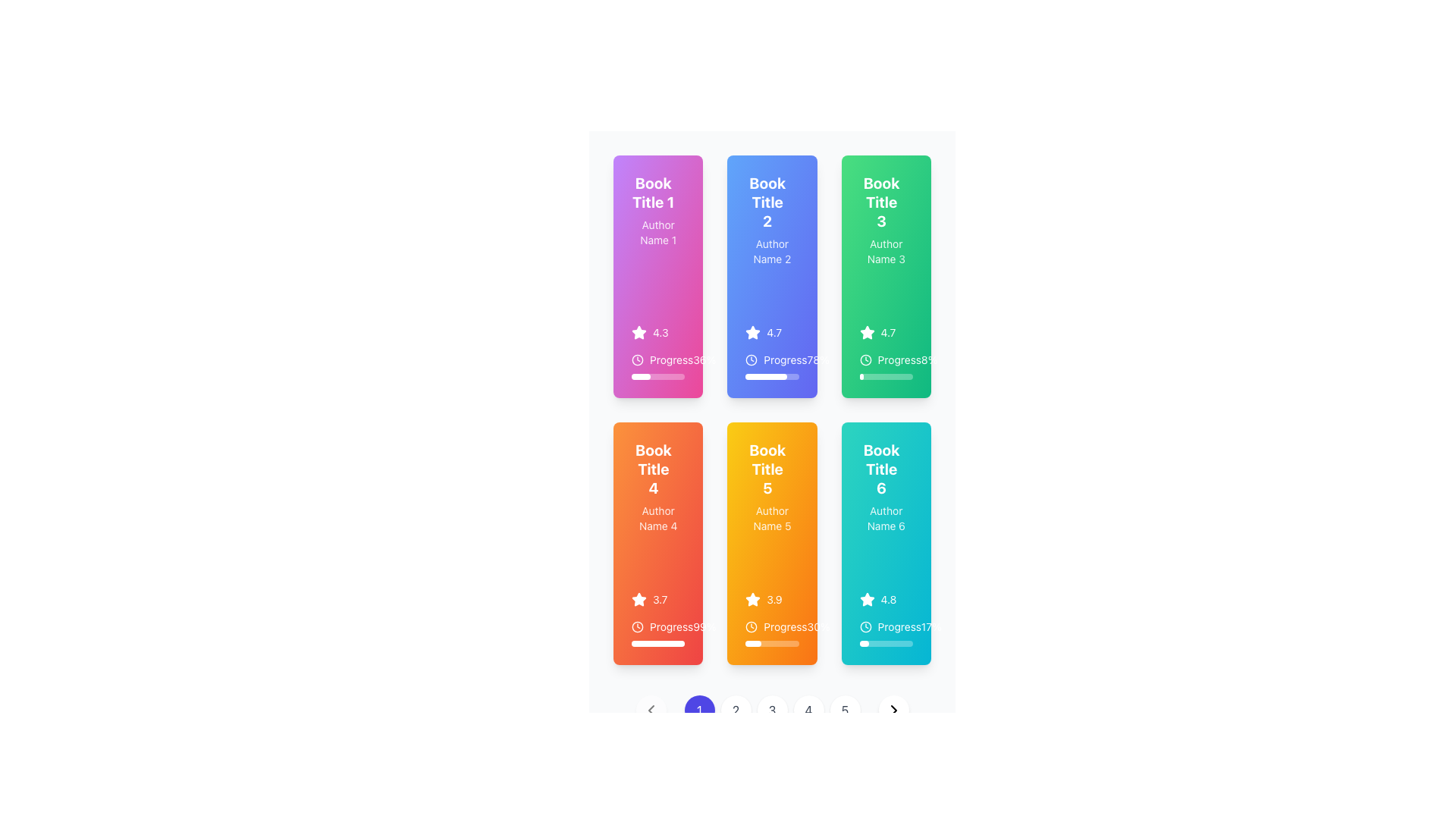  What do you see at coordinates (658, 632) in the screenshot?
I see `displayed progress value from the Progress Indicator element labeled 'Progress' showing '99%' within the 'Book Title 4' card` at bounding box center [658, 632].